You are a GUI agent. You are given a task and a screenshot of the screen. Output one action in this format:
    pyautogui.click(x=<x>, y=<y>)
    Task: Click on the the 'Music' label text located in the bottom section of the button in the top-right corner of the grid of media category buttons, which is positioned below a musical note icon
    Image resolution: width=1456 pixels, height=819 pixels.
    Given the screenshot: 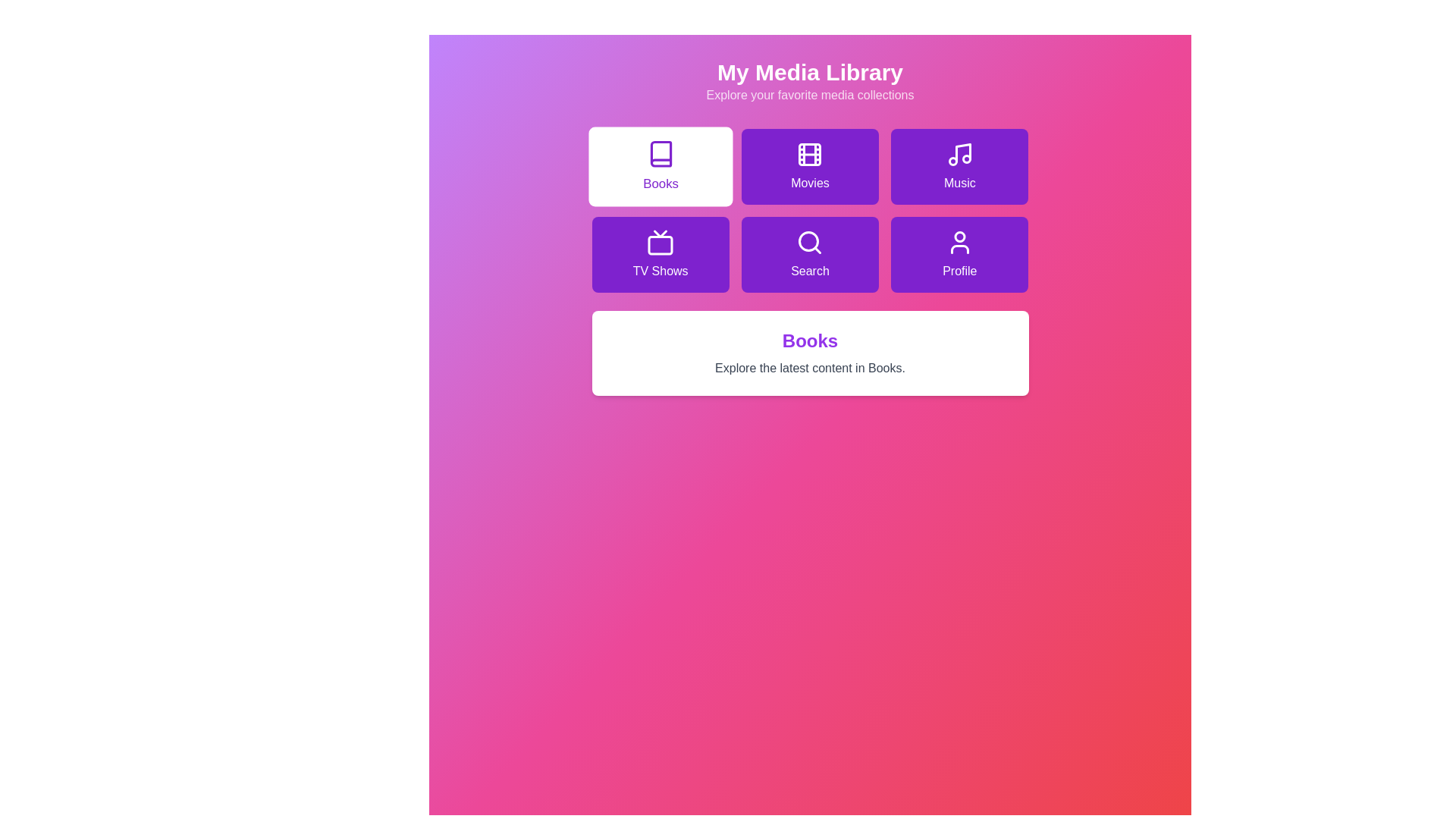 What is the action you would take?
    pyautogui.click(x=959, y=183)
    